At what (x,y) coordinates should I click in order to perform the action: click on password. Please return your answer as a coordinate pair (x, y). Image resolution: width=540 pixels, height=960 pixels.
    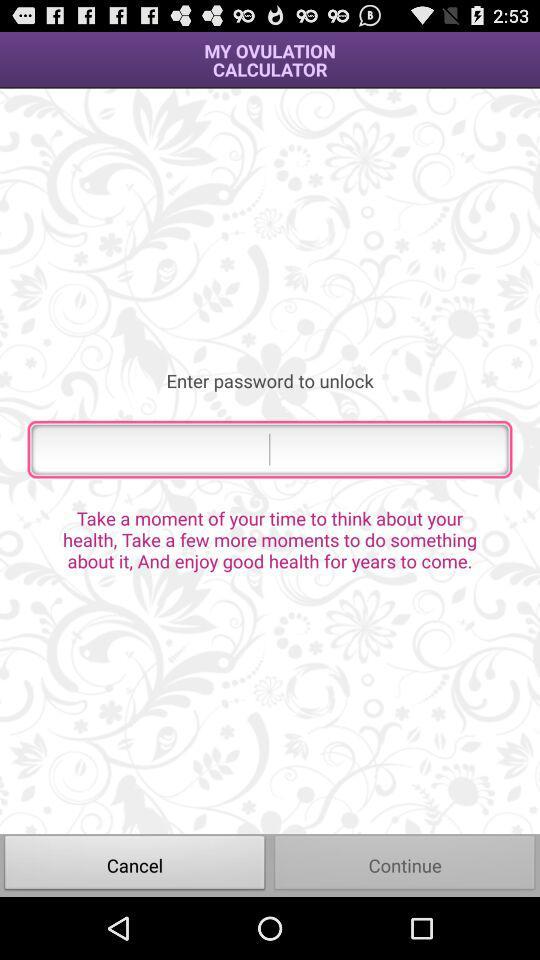
    Looking at the image, I should click on (270, 449).